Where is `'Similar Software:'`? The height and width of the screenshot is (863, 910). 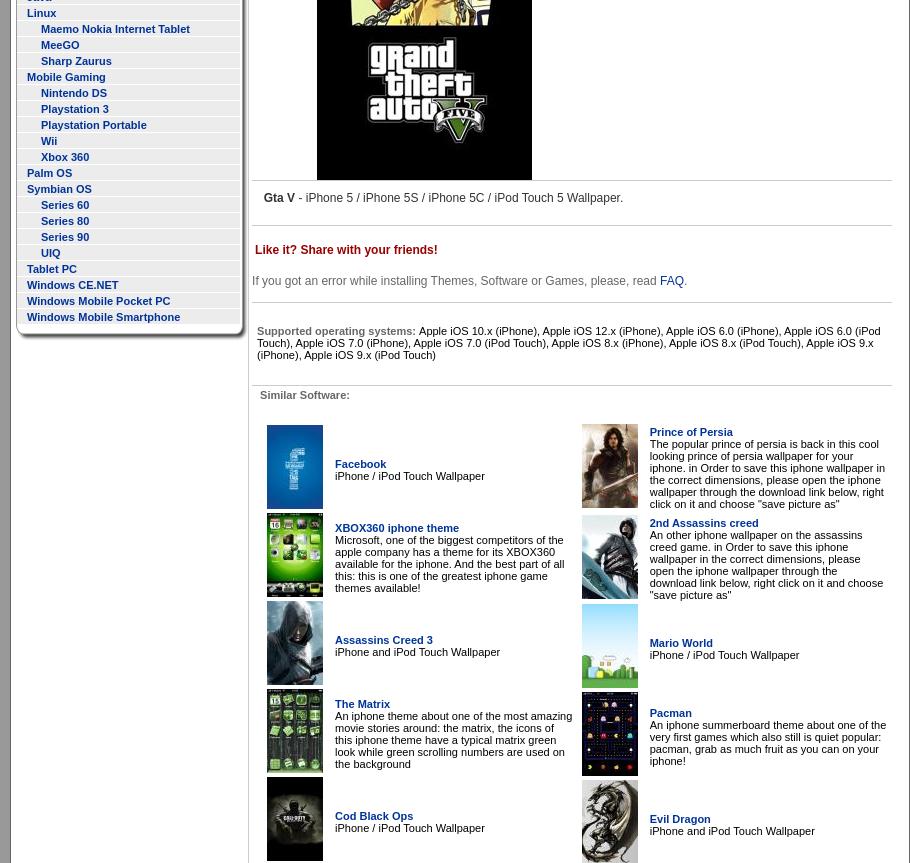
'Similar Software:' is located at coordinates (259, 394).